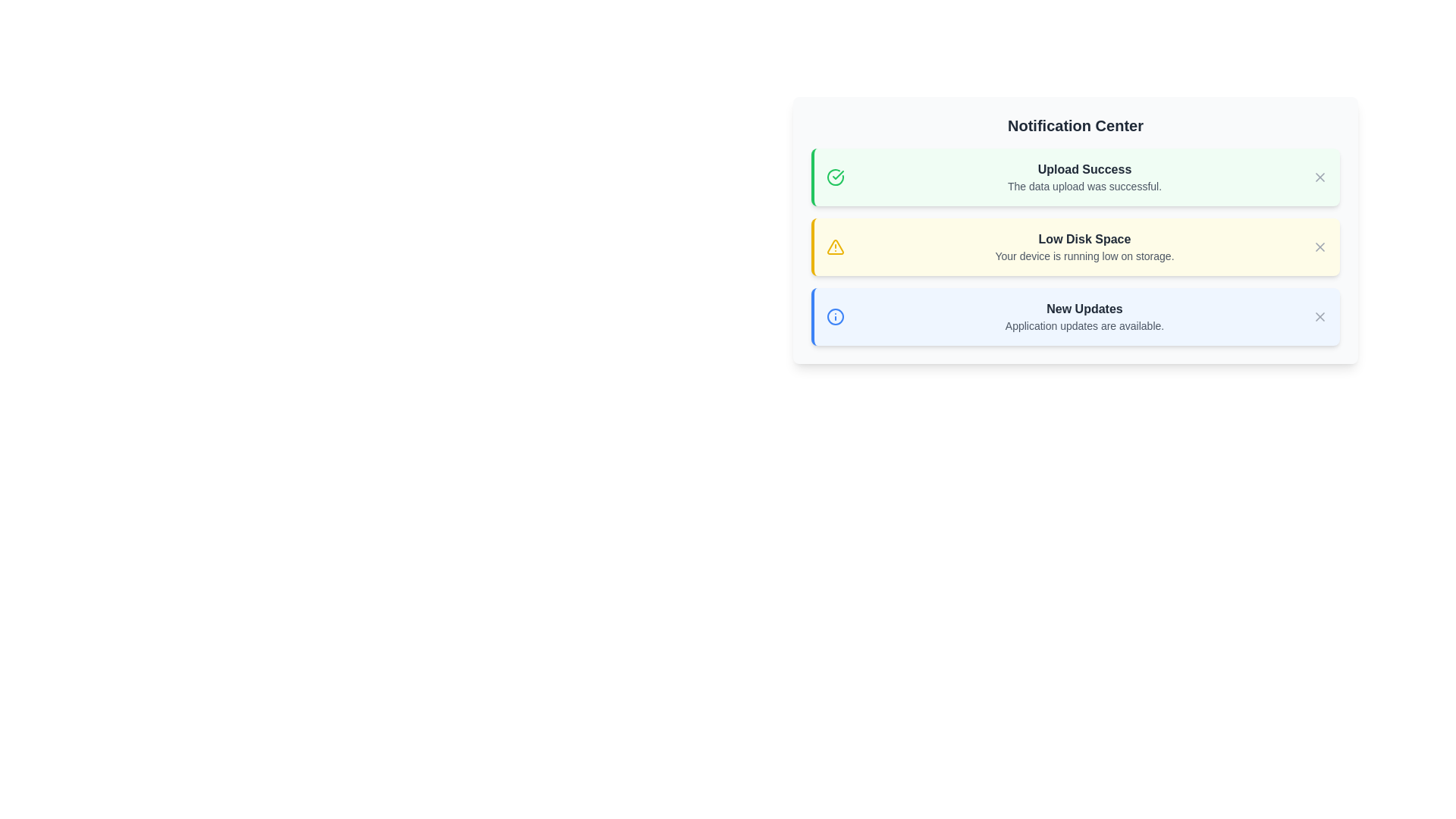 This screenshot has height=819, width=1456. Describe the element at coordinates (1084, 177) in the screenshot. I see `text from the 'Upload Success' notification in the Notification Center panel, which contains a title and a success message` at that location.